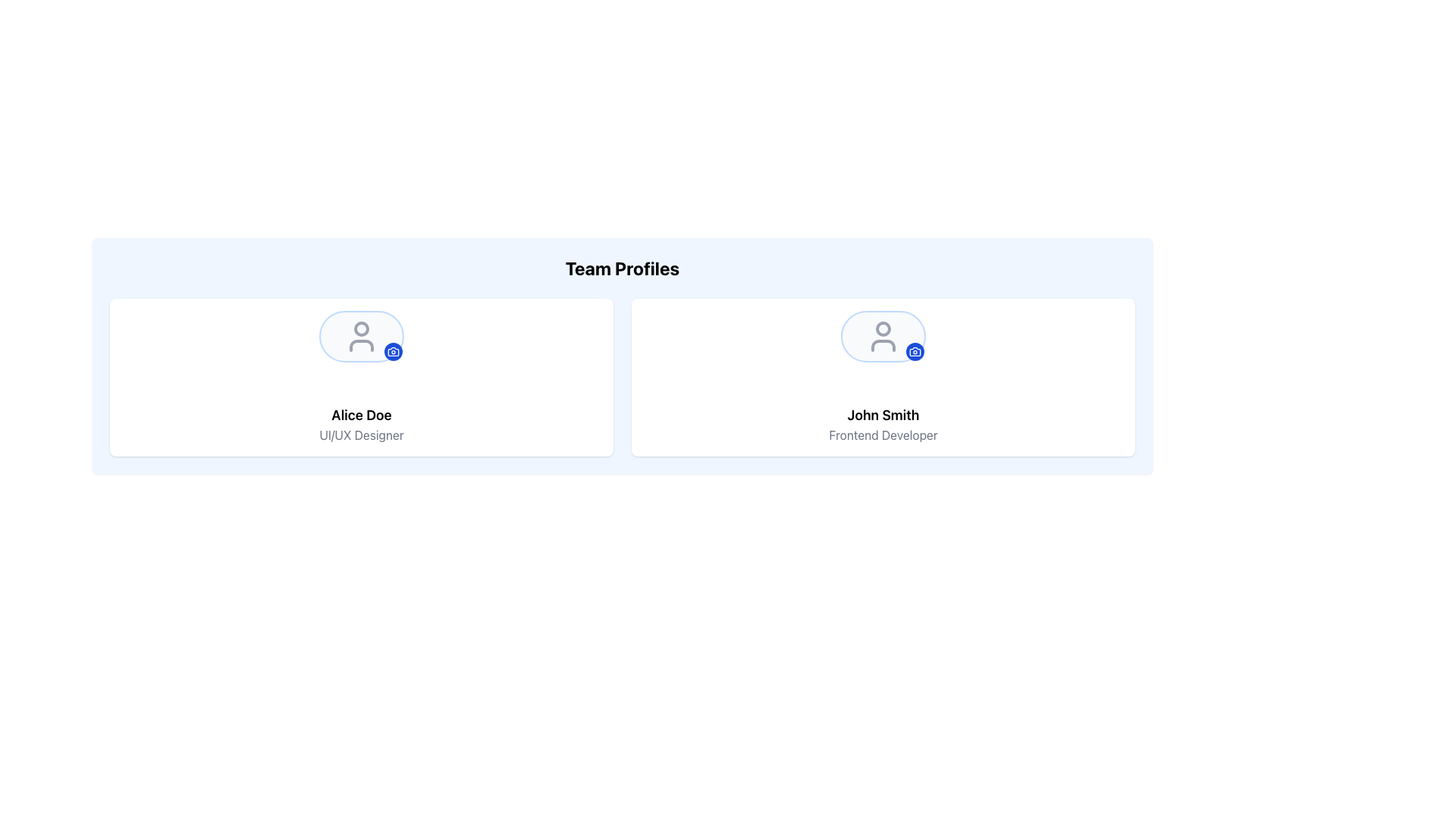 The height and width of the screenshot is (819, 1456). I want to click on the user profile icon representing Alice Doe, located at the center of the profile card in the 'Team Profiles' section, so click(360, 335).